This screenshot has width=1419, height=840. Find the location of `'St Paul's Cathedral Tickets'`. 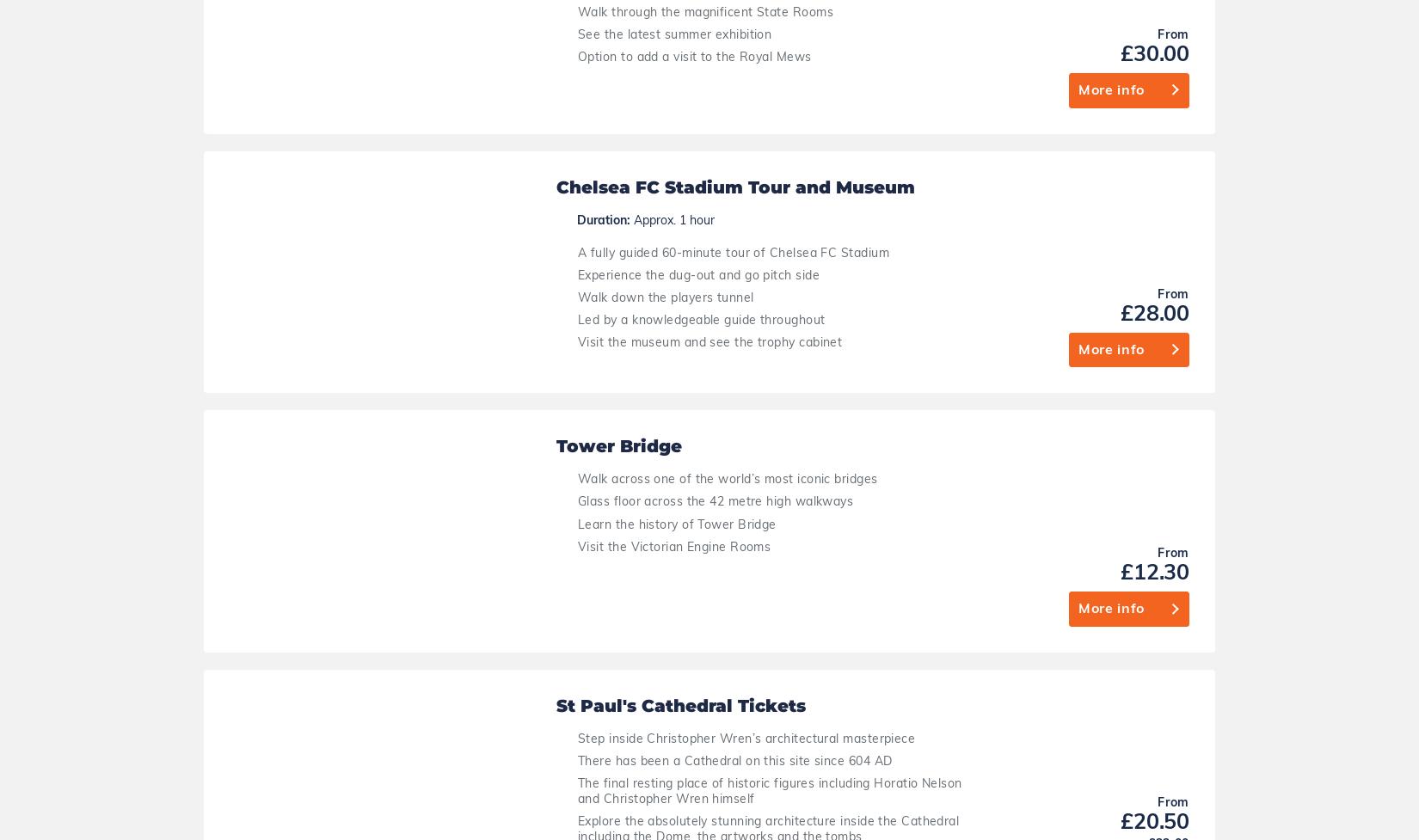

'St Paul's Cathedral Tickets' is located at coordinates (680, 83).